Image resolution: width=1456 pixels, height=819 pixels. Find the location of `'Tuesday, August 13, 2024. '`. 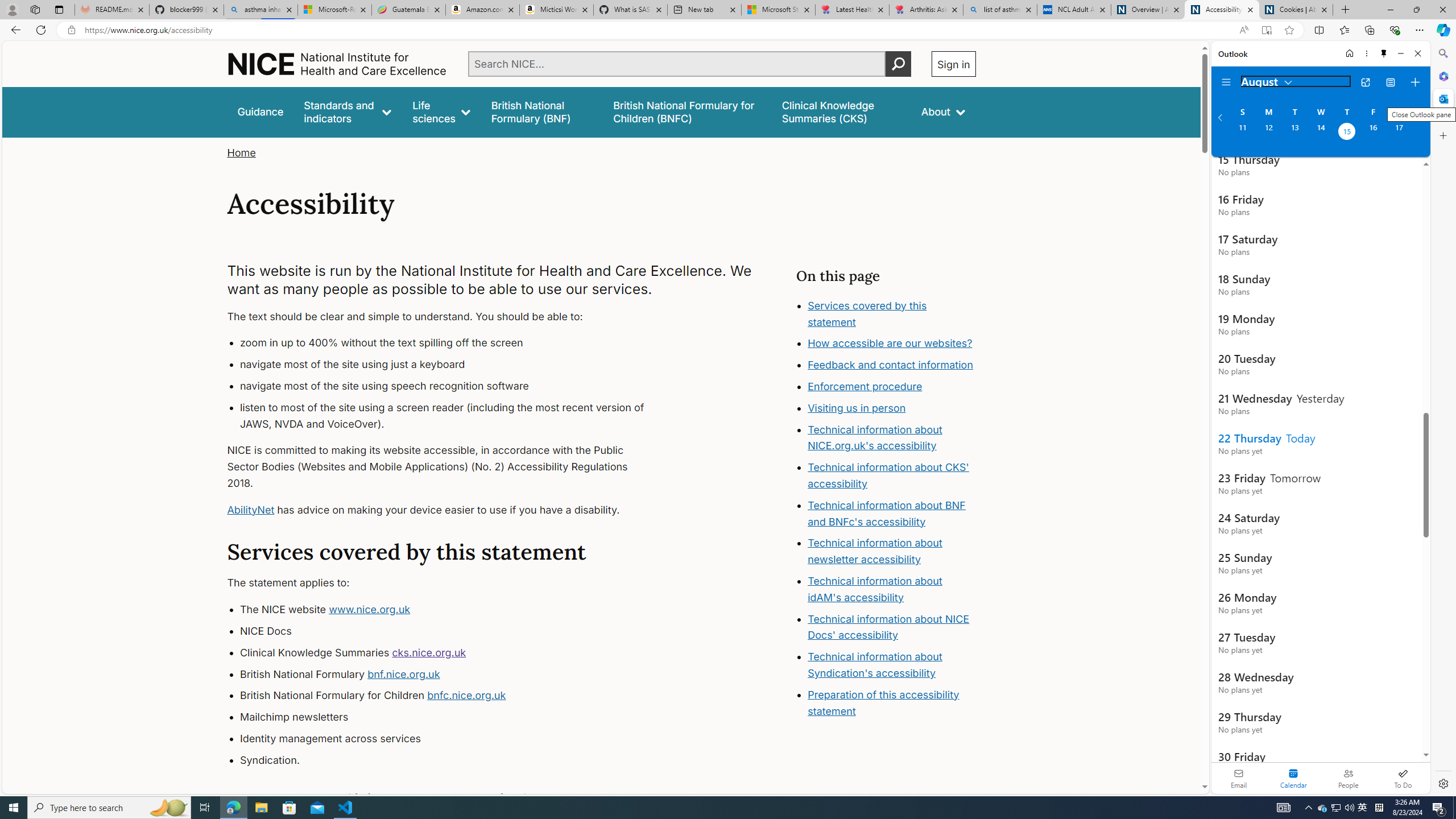

'Tuesday, August 13, 2024. ' is located at coordinates (1293, 133).